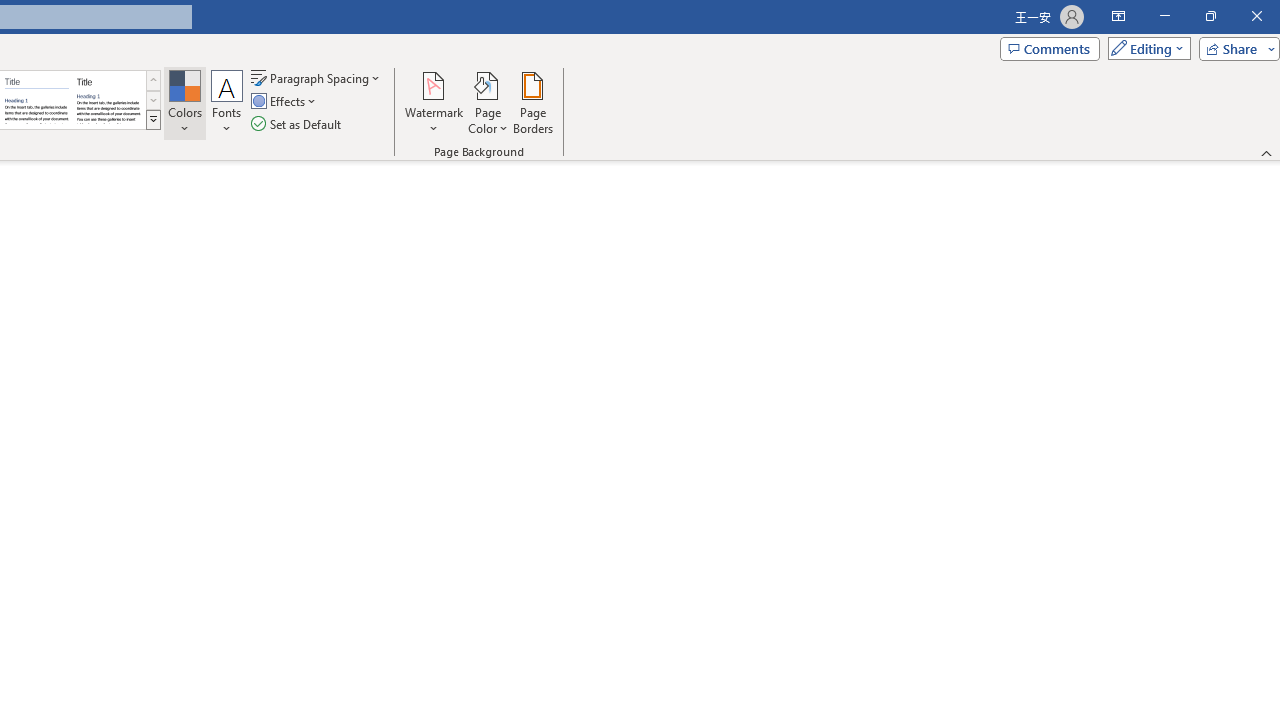 This screenshot has width=1280, height=720. Describe the element at coordinates (284, 101) in the screenshot. I see `'Effects'` at that location.